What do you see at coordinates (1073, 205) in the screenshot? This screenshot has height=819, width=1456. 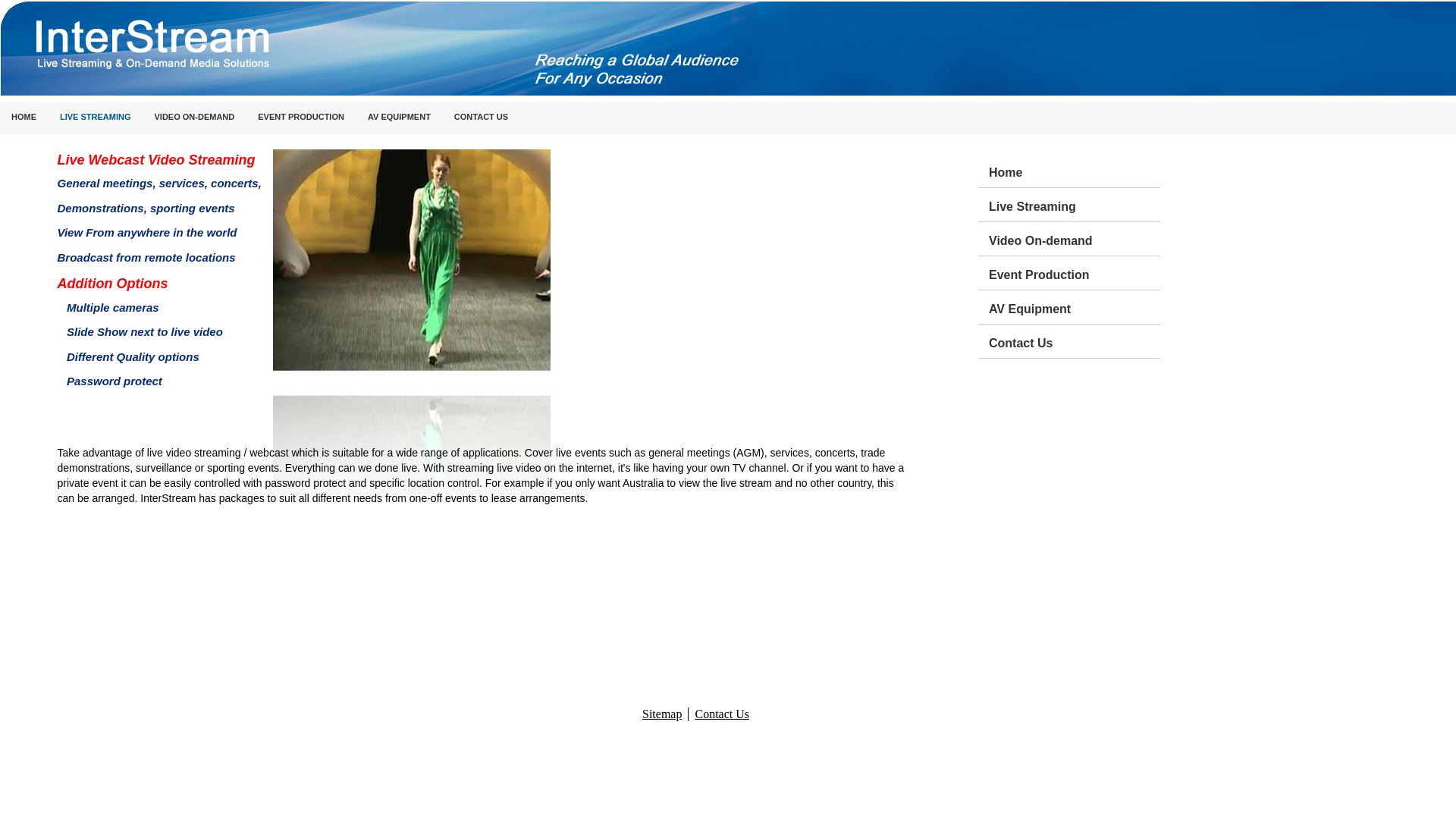 I see `'Live Streaming'` at bounding box center [1073, 205].